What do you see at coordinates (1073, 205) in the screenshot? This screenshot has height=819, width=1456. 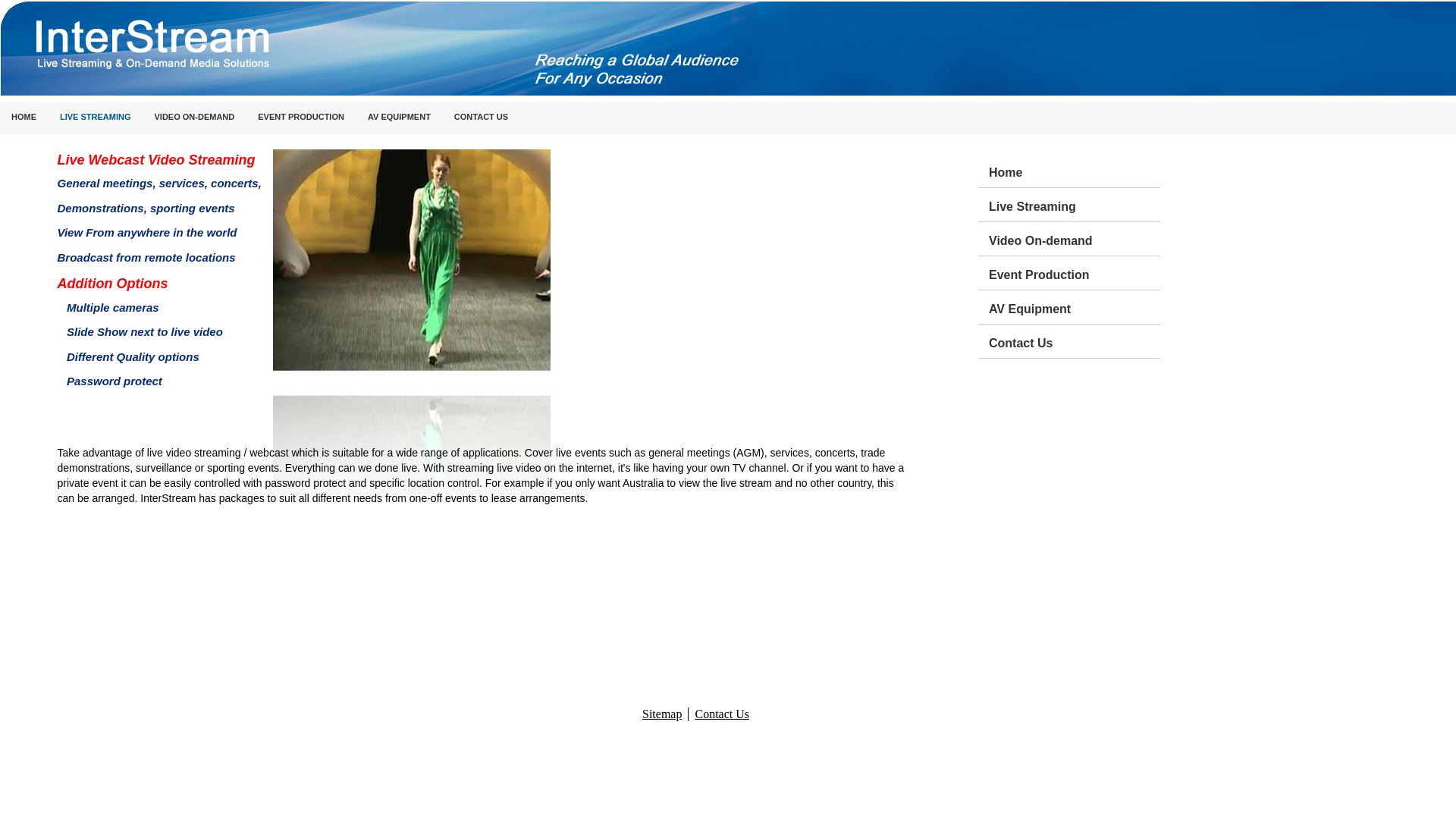 I see `'Live Streaming'` at bounding box center [1073, 205].